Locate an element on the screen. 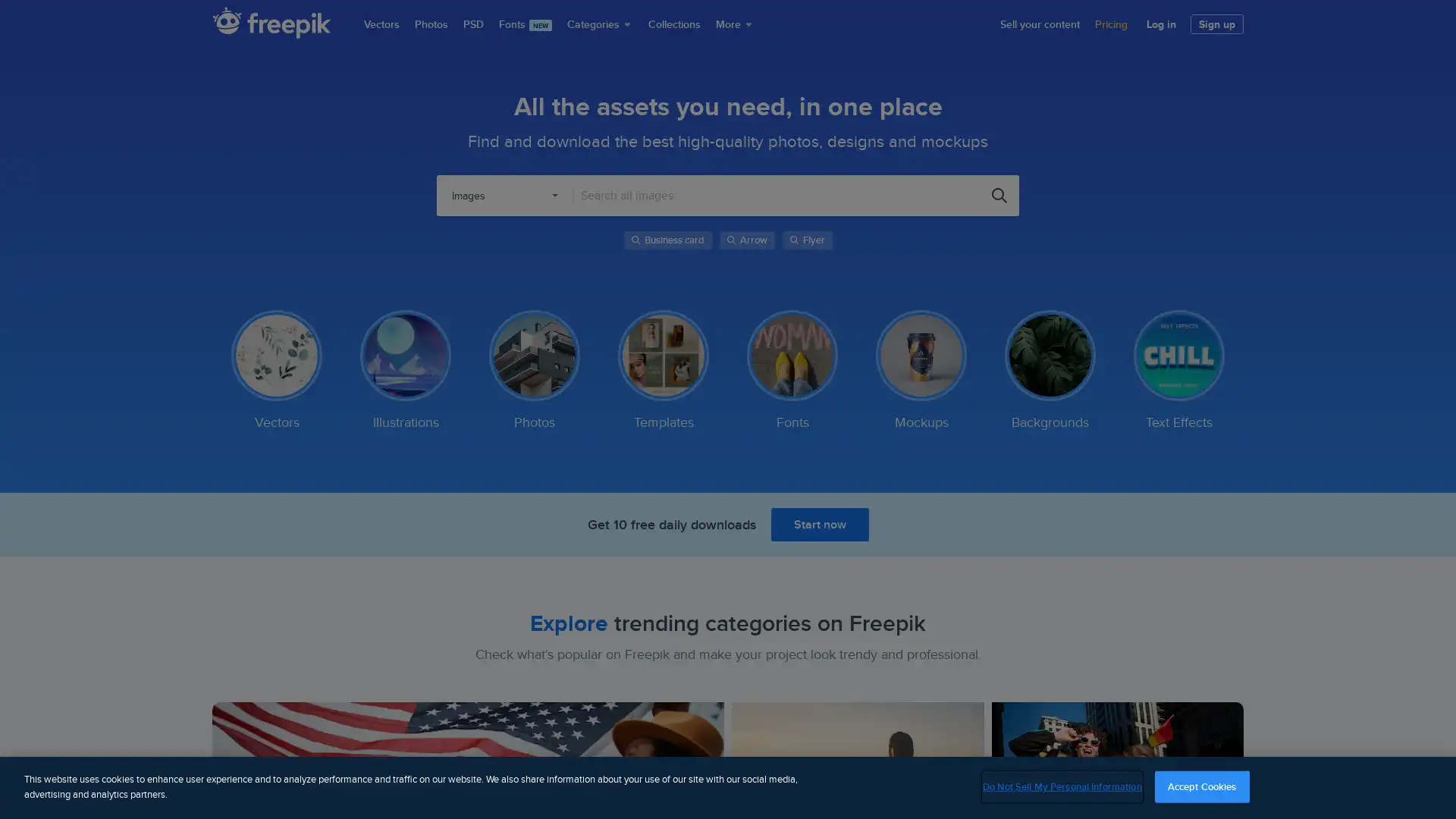 The width and height of the screenshot is (1456, 819). Do Not Sell My Personal Information is located at coordinates (1061, 786).